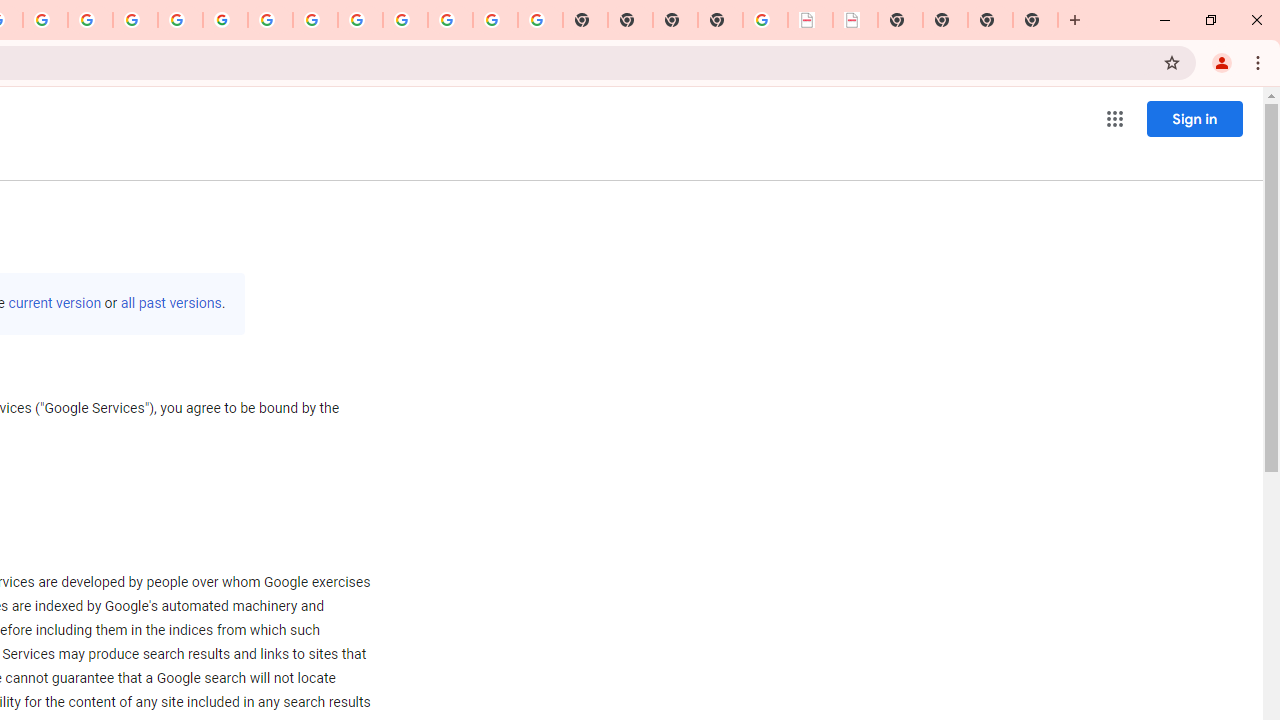  What do you see at coordinates (170, 303) in the screenshot?
I see `'all past versions'` at bounding box center [170, 303].